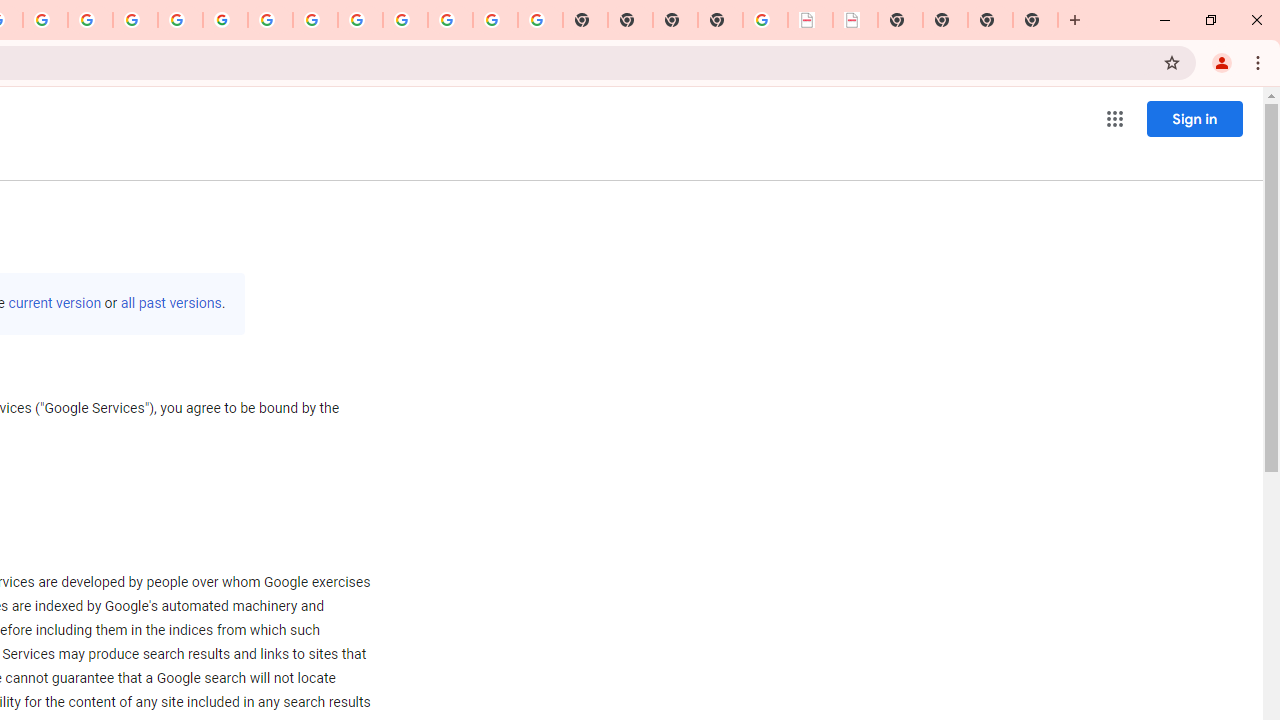  What do you see at coordinates (170, 303) in the screenshot?
I see `'all past versions'` at bounding box center [170, 303].